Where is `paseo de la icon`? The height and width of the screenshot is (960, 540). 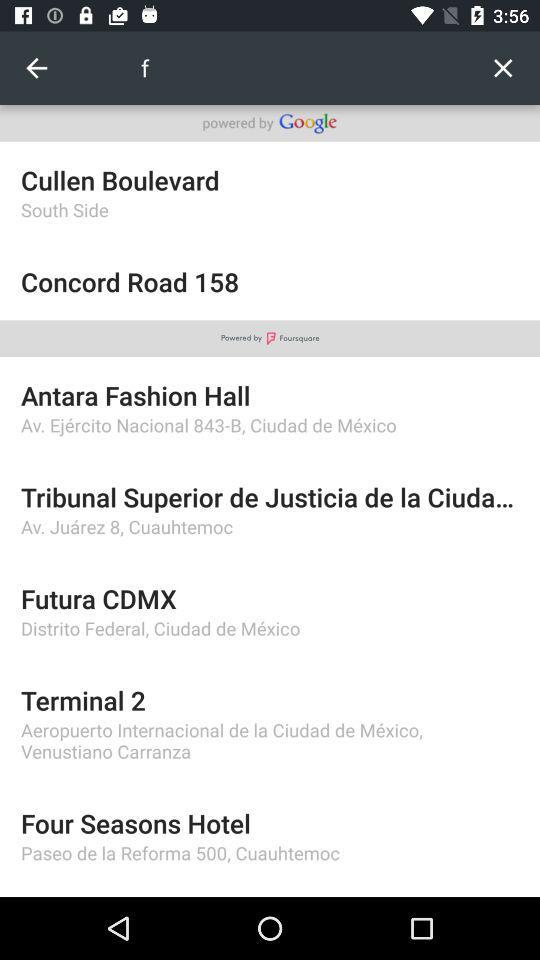 paseo de la icon is located at coordinates (270, 852).